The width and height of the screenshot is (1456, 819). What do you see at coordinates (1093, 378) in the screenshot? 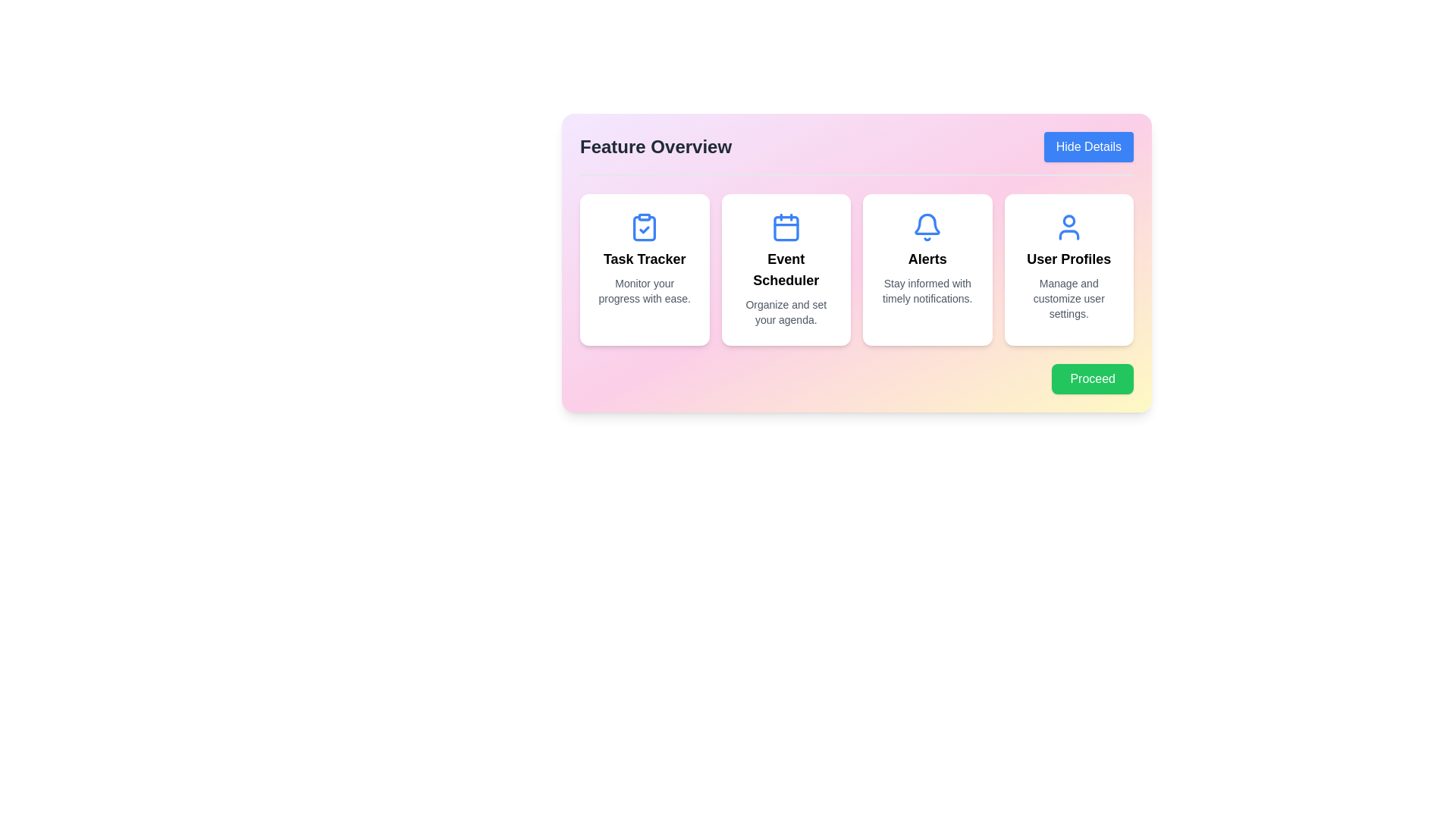
I see `the green button labeled 'Proceed' to observe the color change effect when hovered` at bounding box center [1093, 378].